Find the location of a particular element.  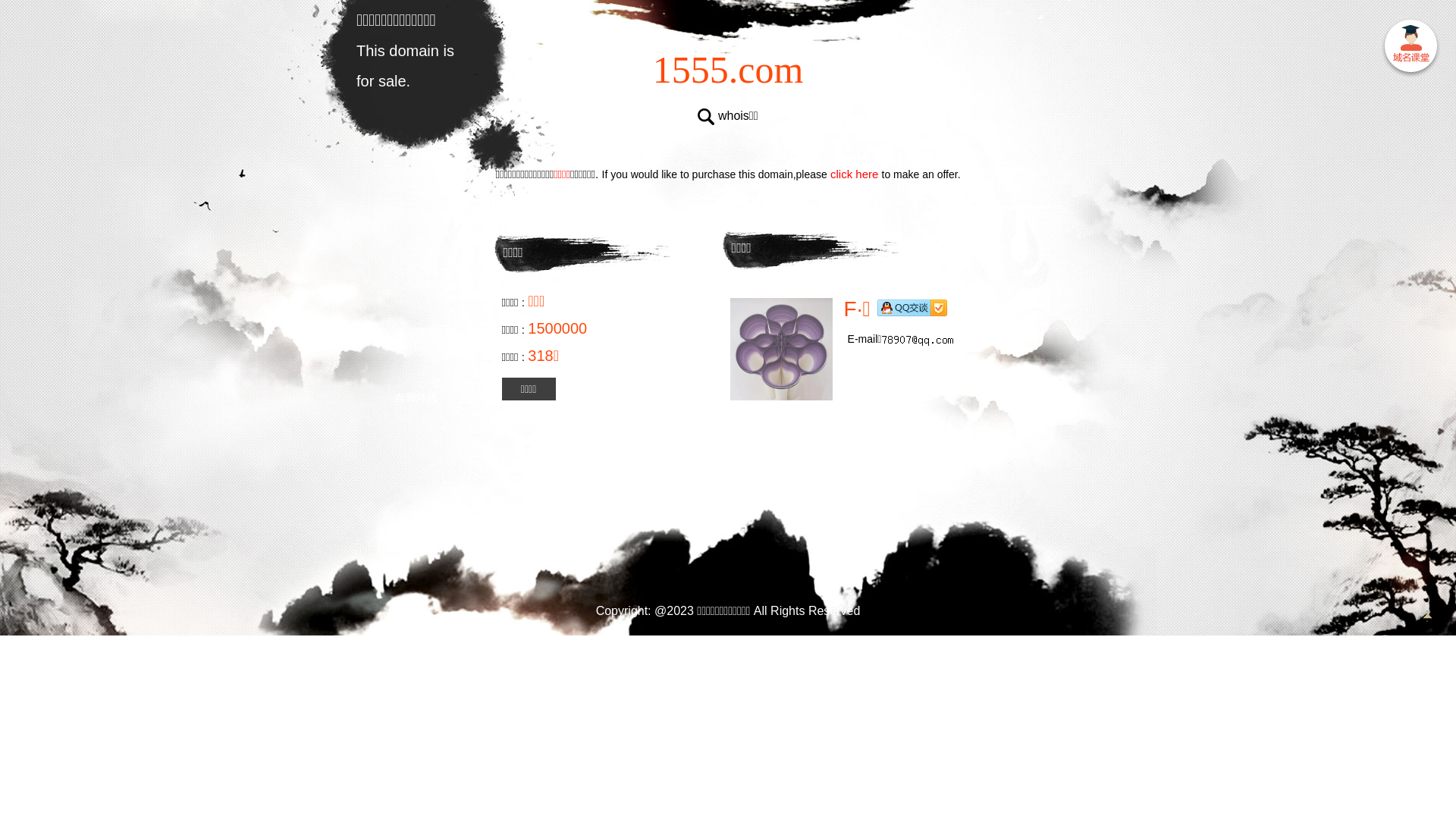

'click here' is located at coordinates (855, 173).